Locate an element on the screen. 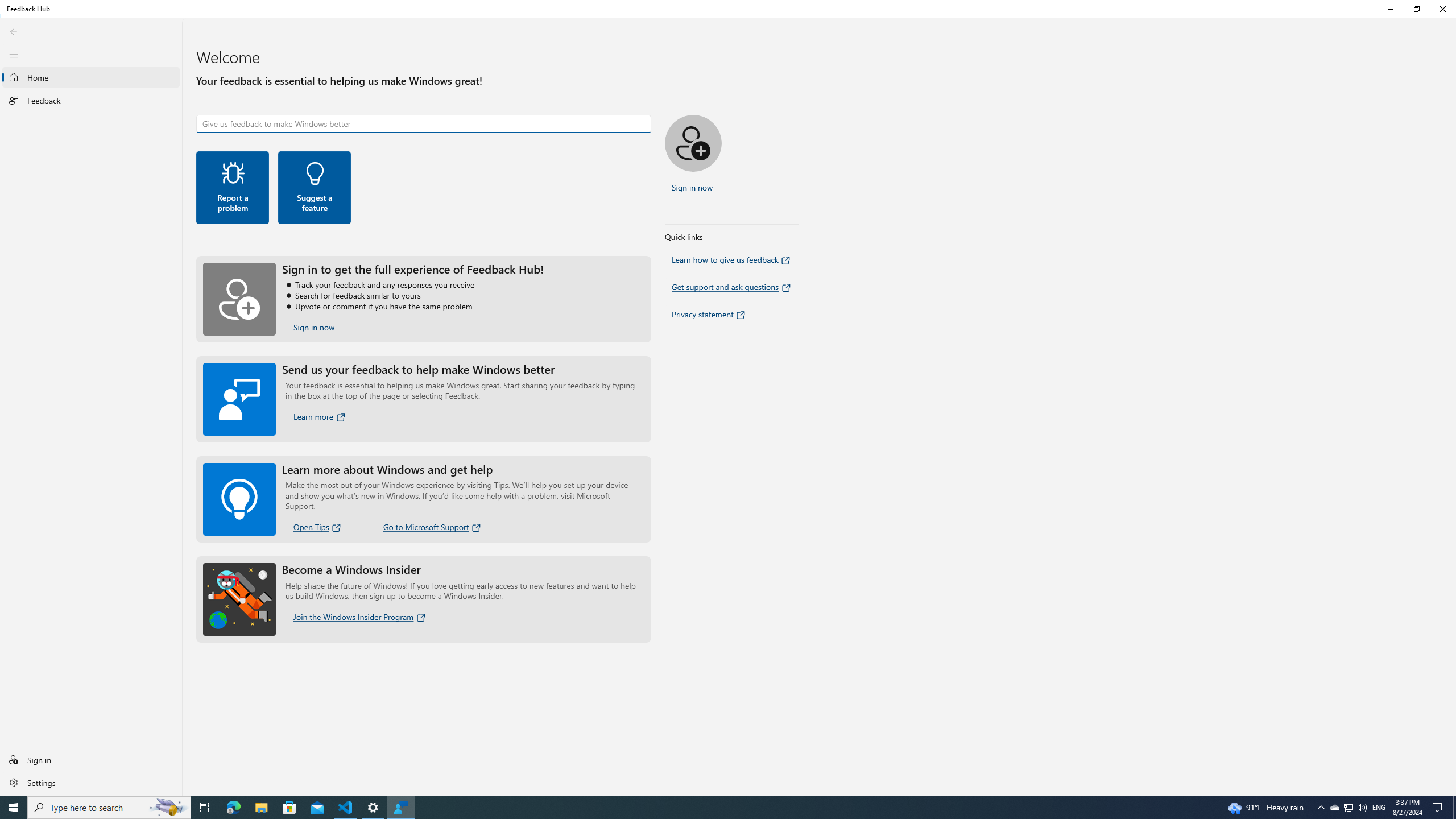 This screenshot has height=819, width=1456. 'Restore Feedback Hub' is located at coordinates (1416, 9).